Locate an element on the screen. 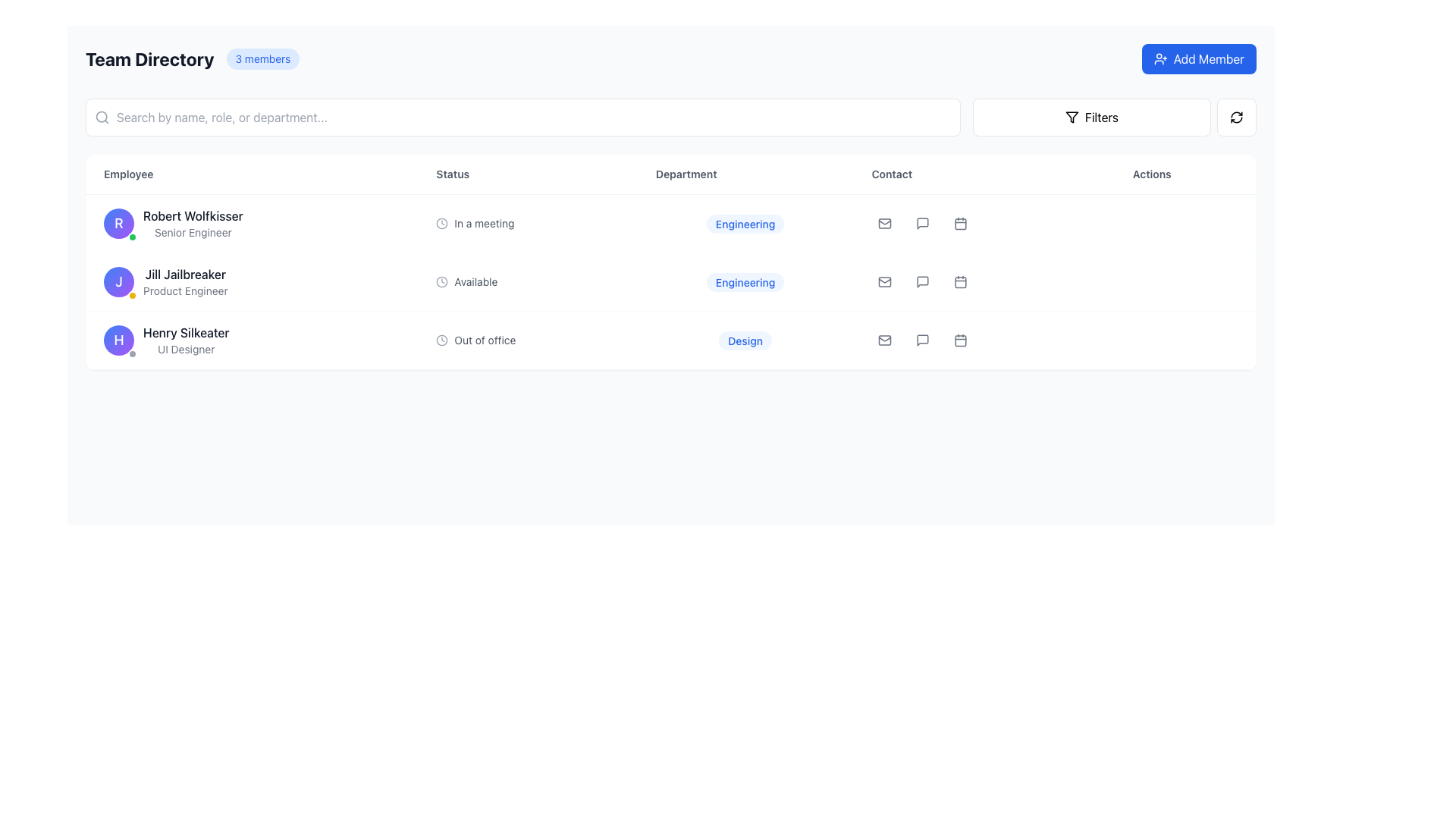 This screenshot has width=1456, height=819. the refresh icon represented by two circular arrows within the rounded square button located in the top-right corner of the layout, to refresh the content is located at coordinates (1237, 116).